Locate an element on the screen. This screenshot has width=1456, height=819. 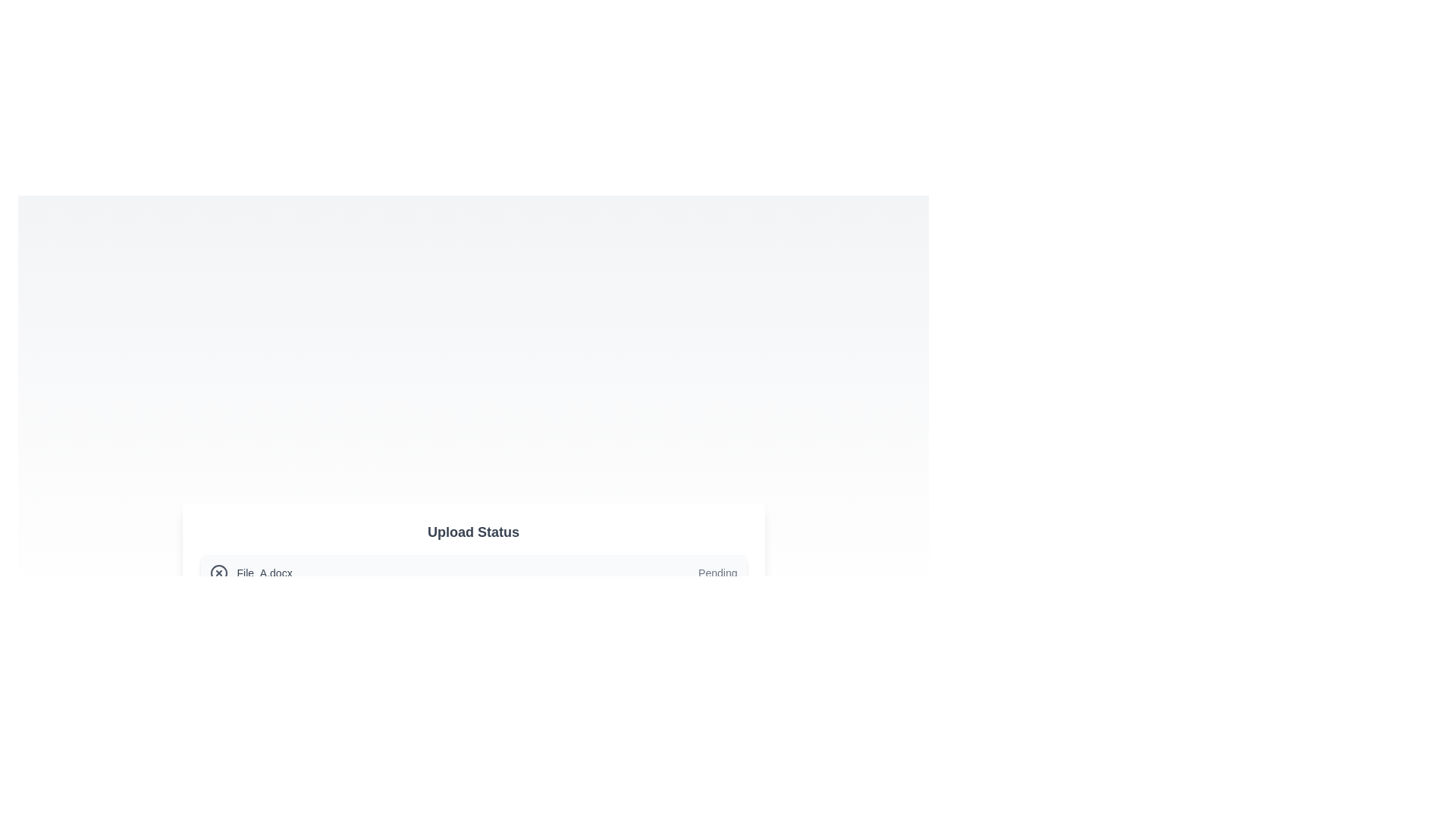
the circular gray icon with a cross (X) inside, located on the left side of the filename indicator 'File_A.docx' is located at coordinates (218, 573).